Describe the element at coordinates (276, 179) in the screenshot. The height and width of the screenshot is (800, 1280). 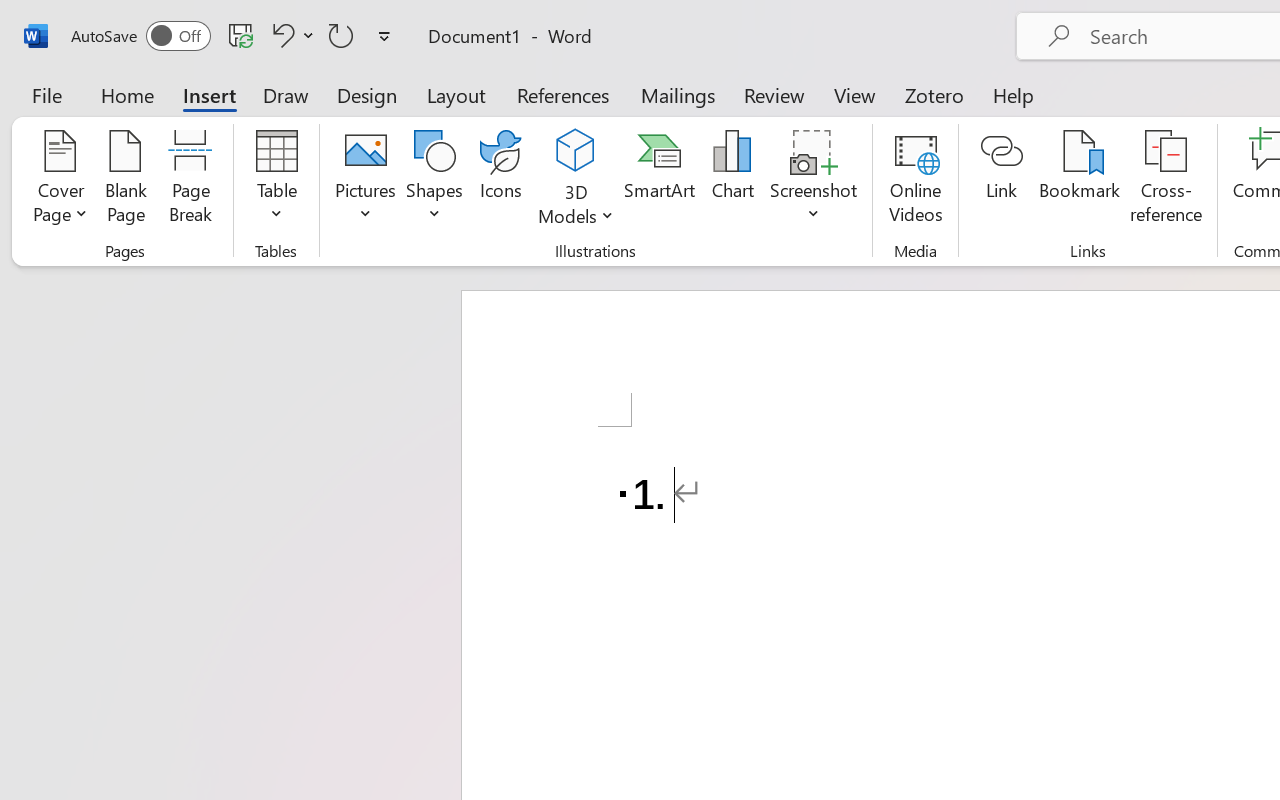
I see `'Table'` at that location.